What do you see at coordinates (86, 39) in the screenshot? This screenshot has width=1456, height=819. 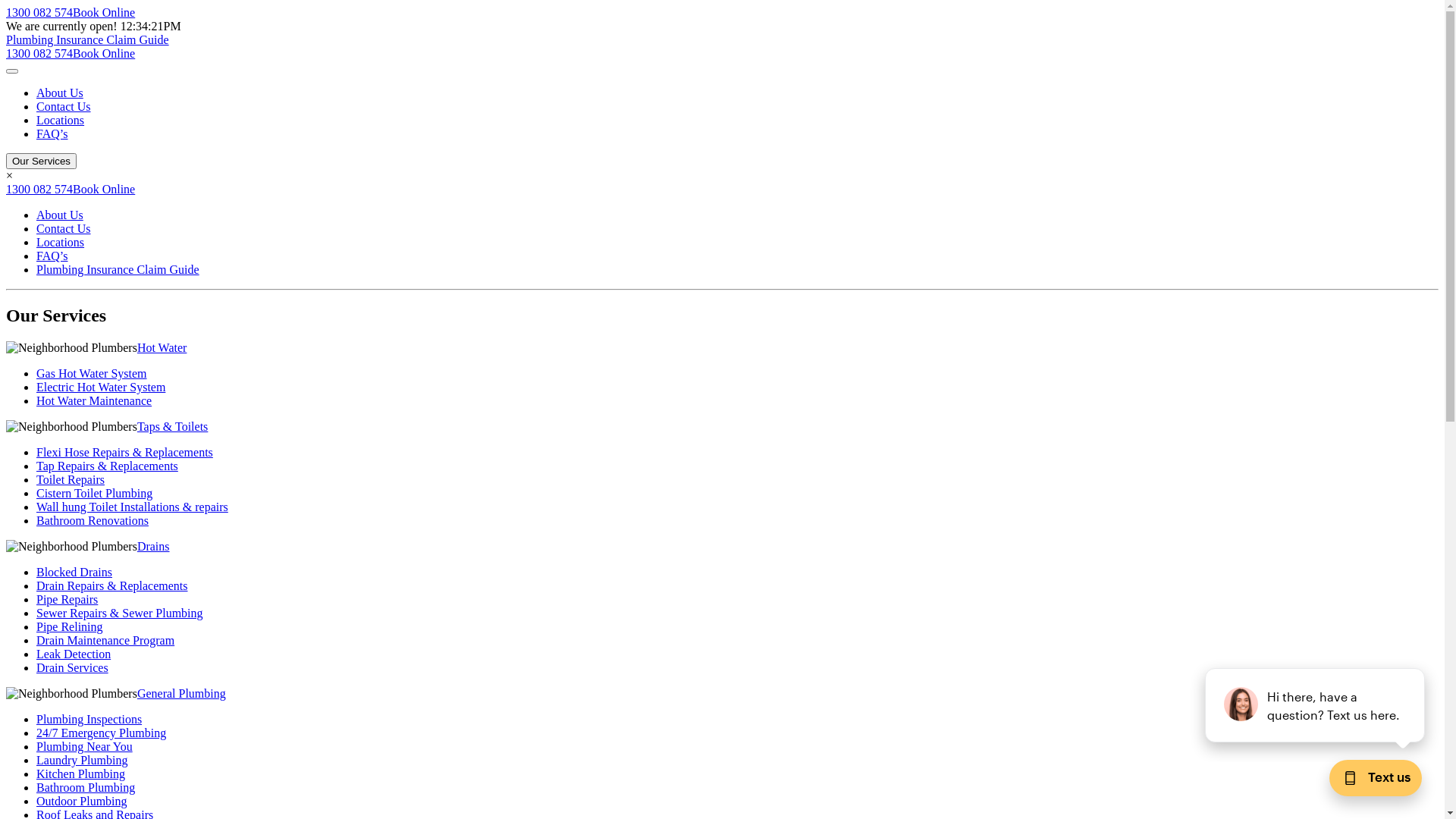 I see `'Plumbing Insurance Claim Guide'` at bounding box center [86, 39].